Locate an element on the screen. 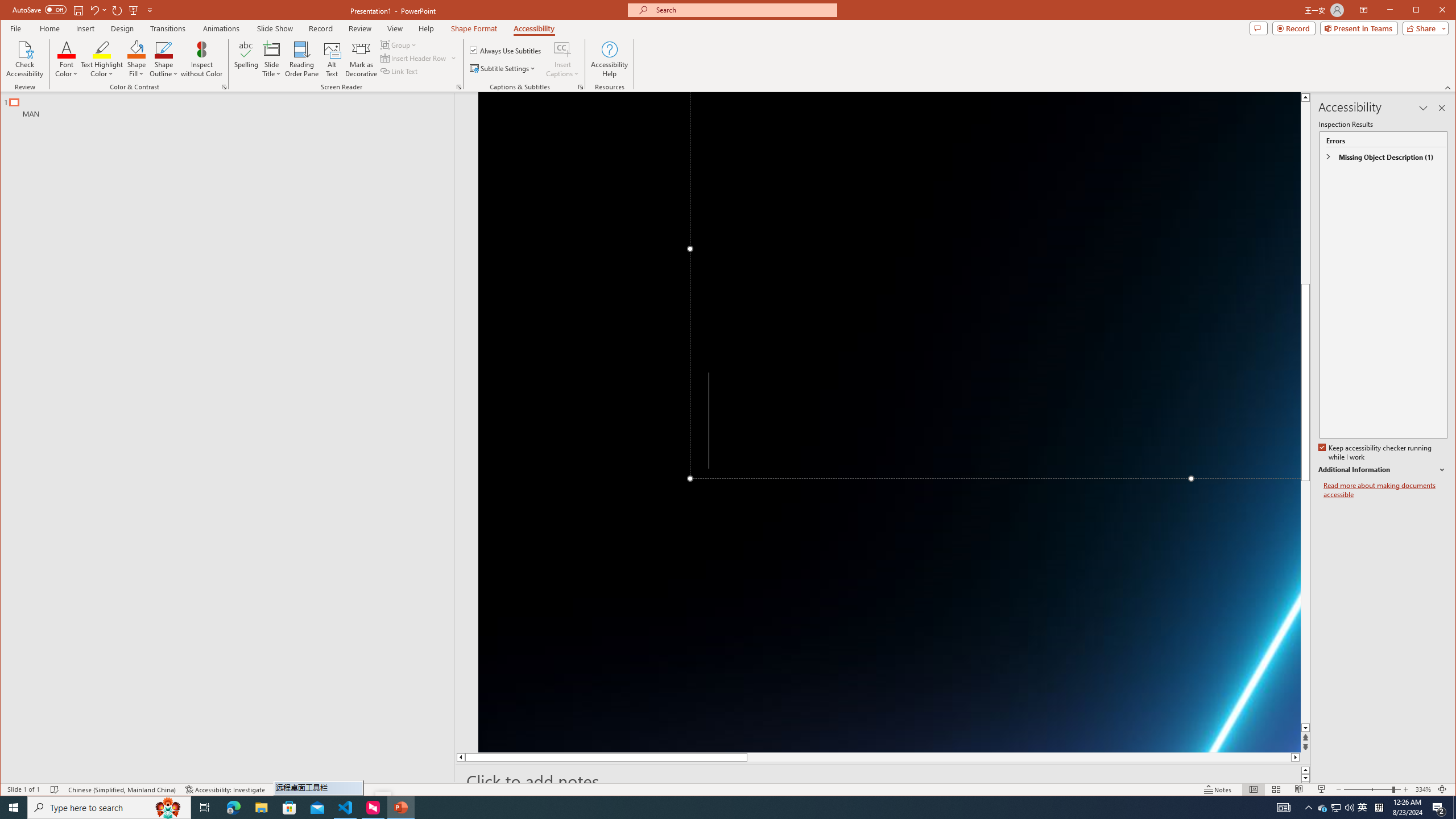 The height and width of the screenshot is (819, 1456). 'Maximize' is located at coordinates (1433, 11).